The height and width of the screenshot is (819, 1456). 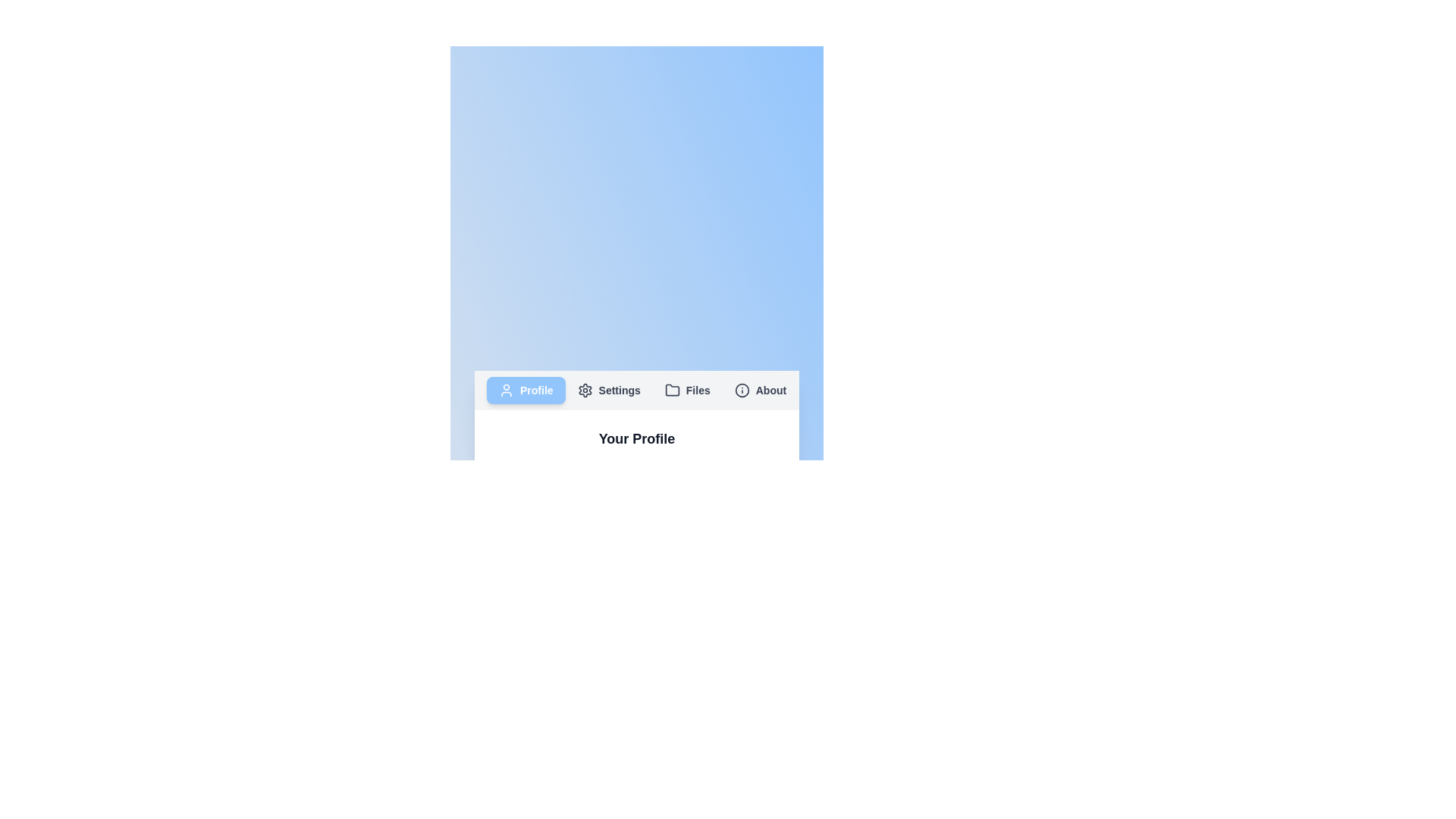 I want to click on the 'Profile' button located at the top-left corner of the blue navigation bar, so click(x=506, y=390).